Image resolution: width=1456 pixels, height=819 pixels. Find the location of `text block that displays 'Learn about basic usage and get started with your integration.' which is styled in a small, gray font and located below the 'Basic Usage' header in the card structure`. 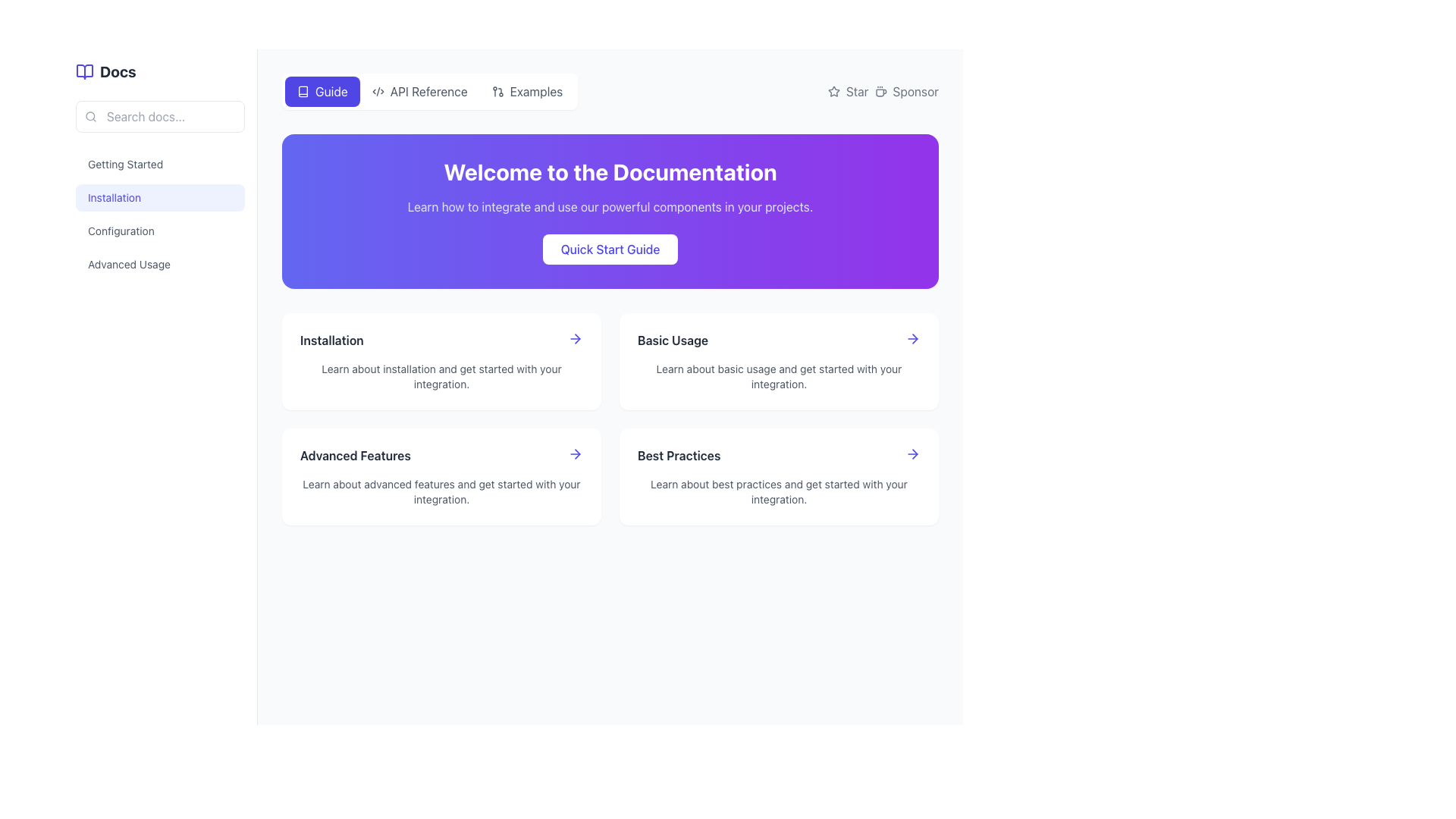

text block that displays 'Learn about basic usage and get started with your integration.' which is styled in a small, gray font and located below the 'Basic Usage' header in the card structure is located at coordinates (779, 376).